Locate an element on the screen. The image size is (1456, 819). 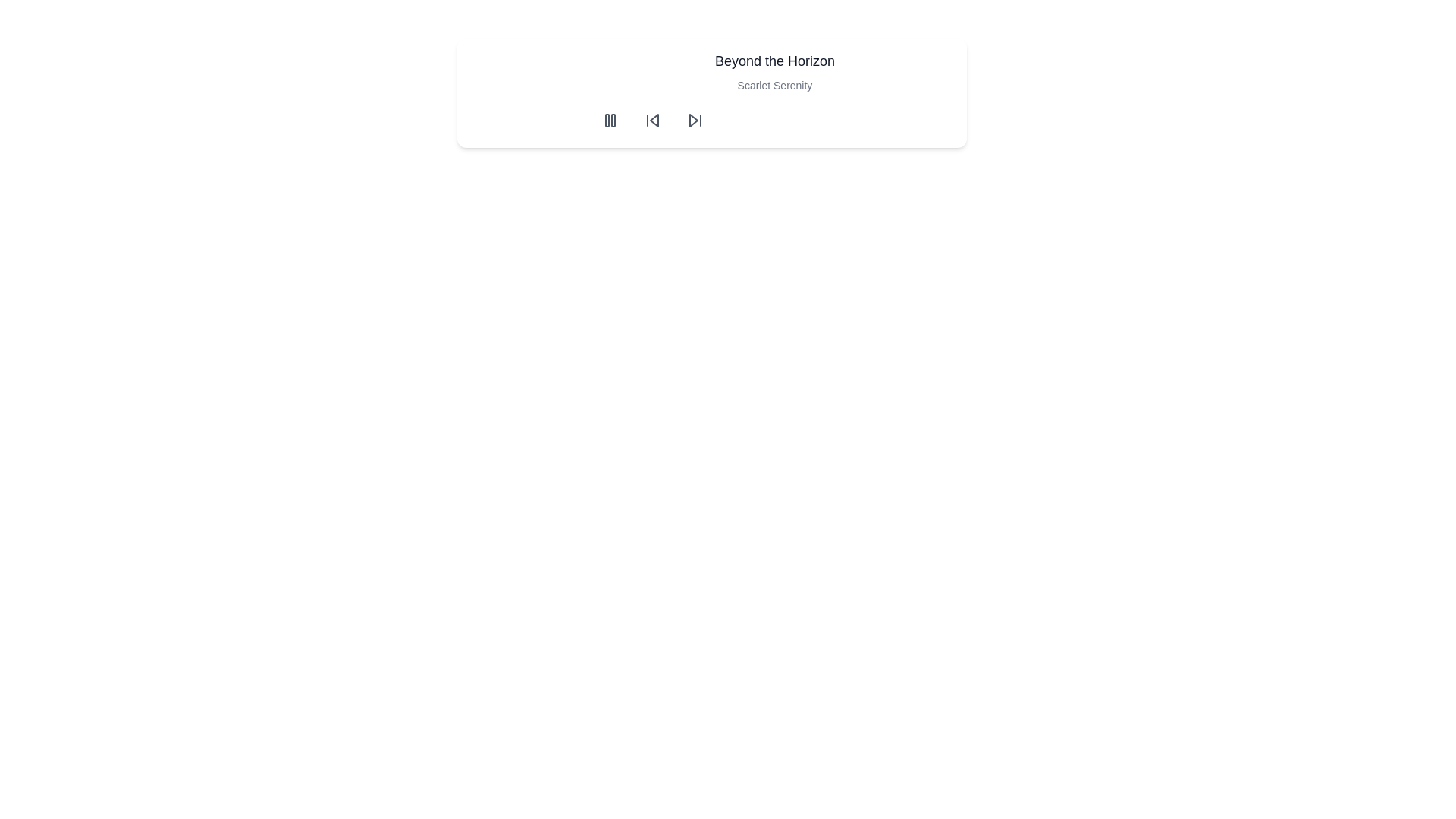
the skip-forward icon located in the toolbar area to move to the next item is located at coordinates (692, 119).